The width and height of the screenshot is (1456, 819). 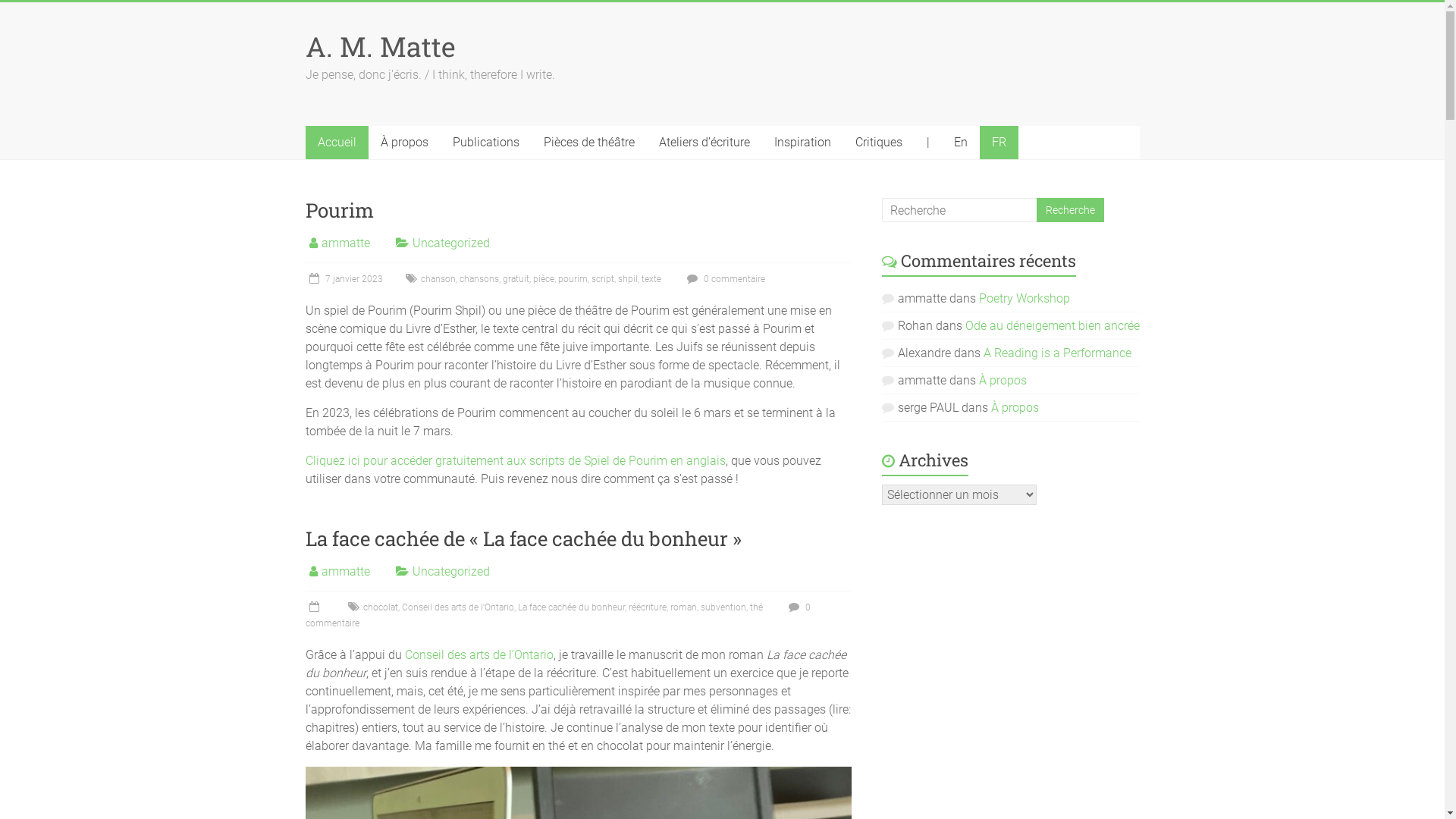 What do you see at coordinates (419, 278) in the screenshot?
I see `'chanson'` at bounding box center [419, 278].